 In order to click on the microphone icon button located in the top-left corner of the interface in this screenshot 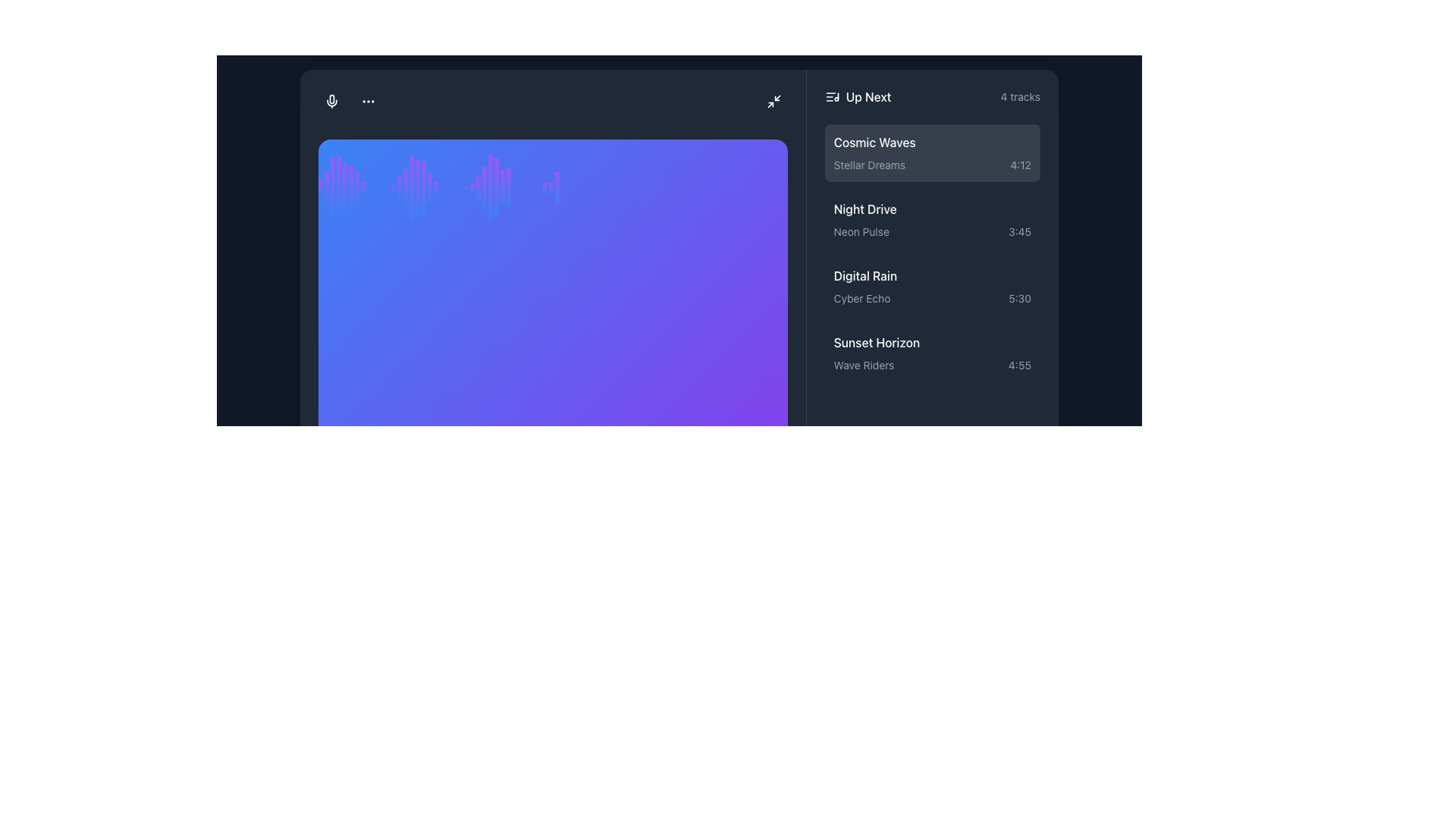, I will do `click(331, 100)`.